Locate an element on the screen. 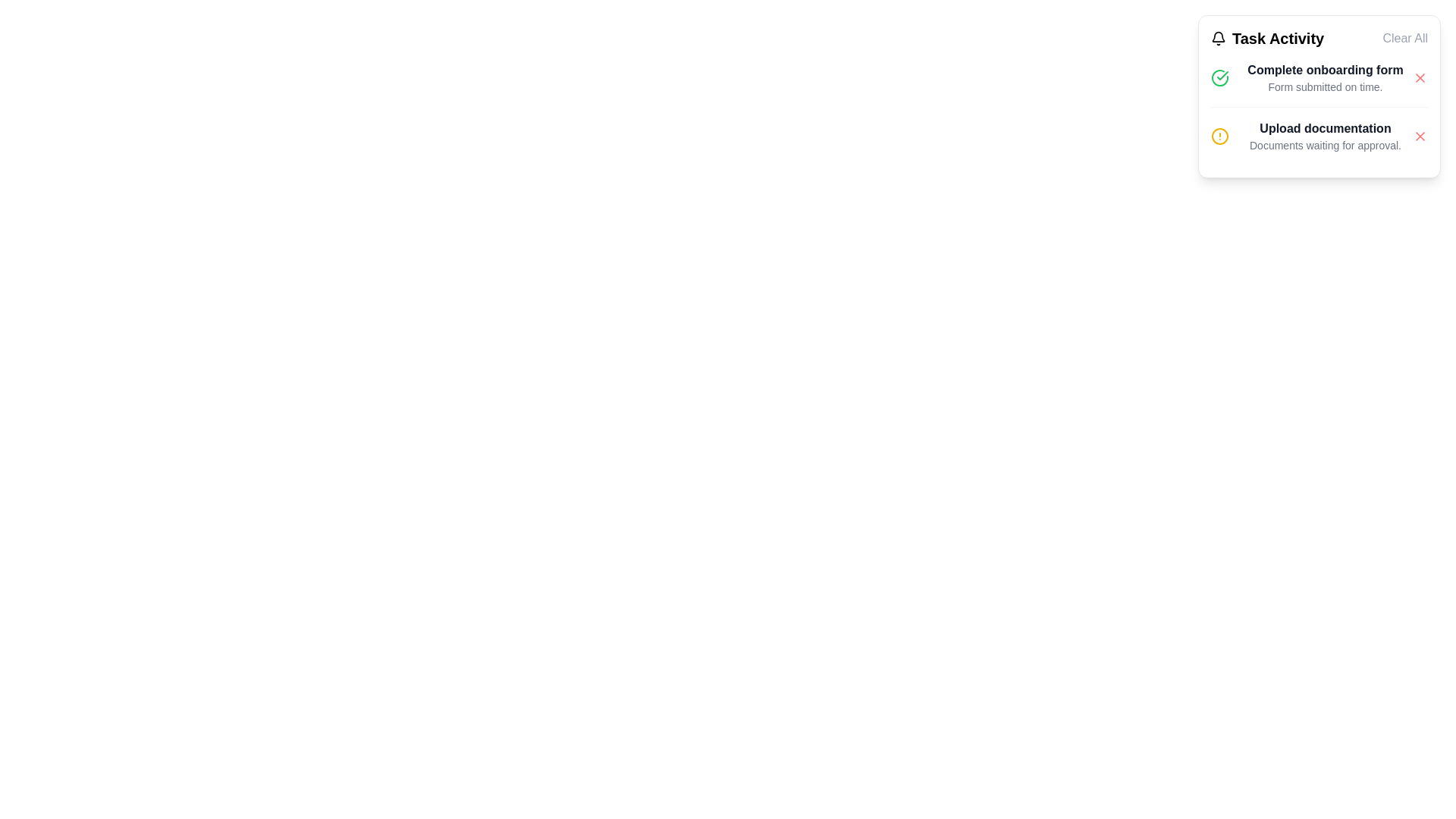 Image resolution: width=1456 pixels, height=819 pixels. the 'Task Activity' section's first line text label that identifies the onboarding form task is located at coordinates (1324, 70).